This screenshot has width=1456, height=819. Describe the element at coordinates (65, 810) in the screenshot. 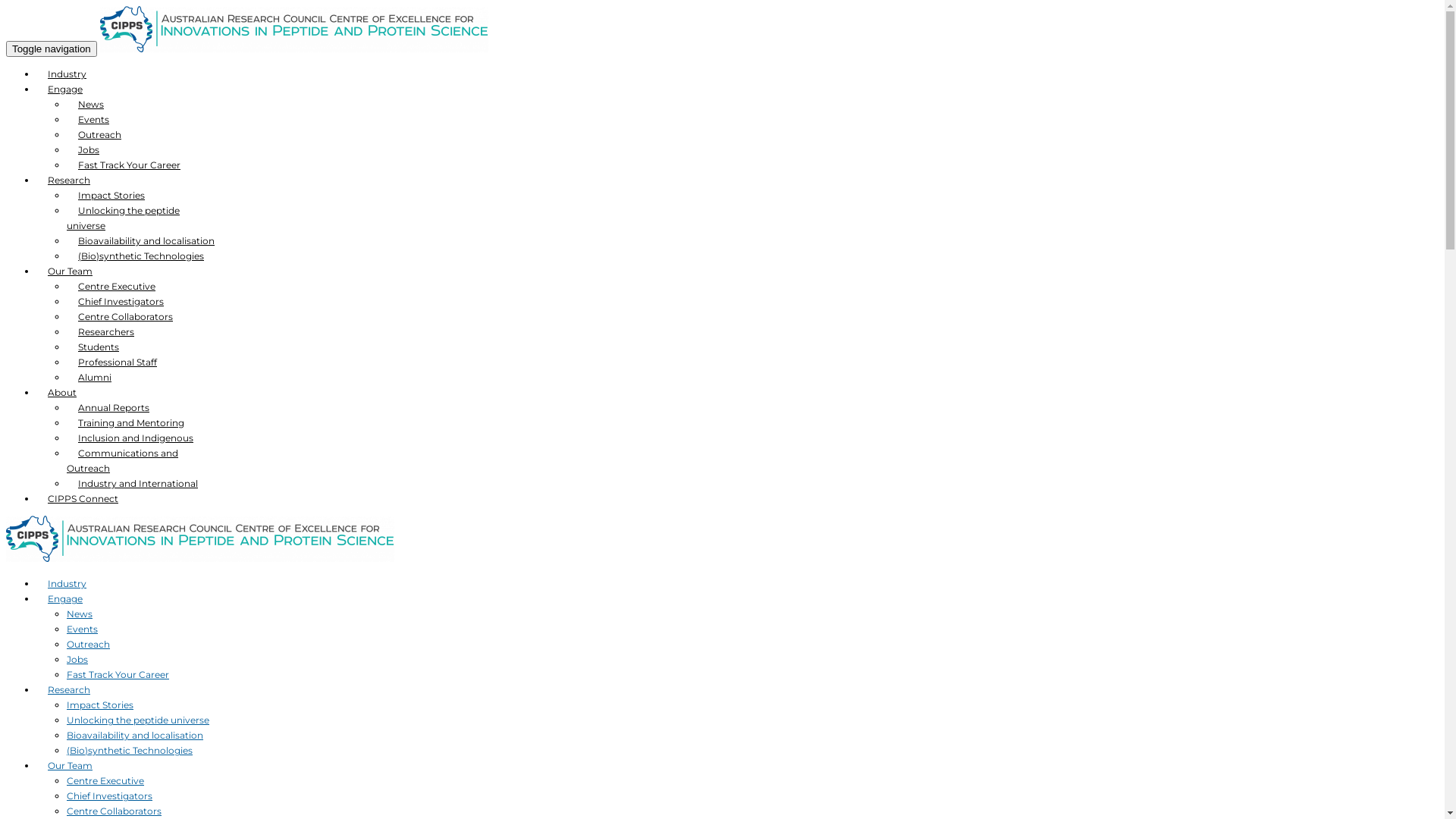

I see `'Centre Collaborators'` at that location.